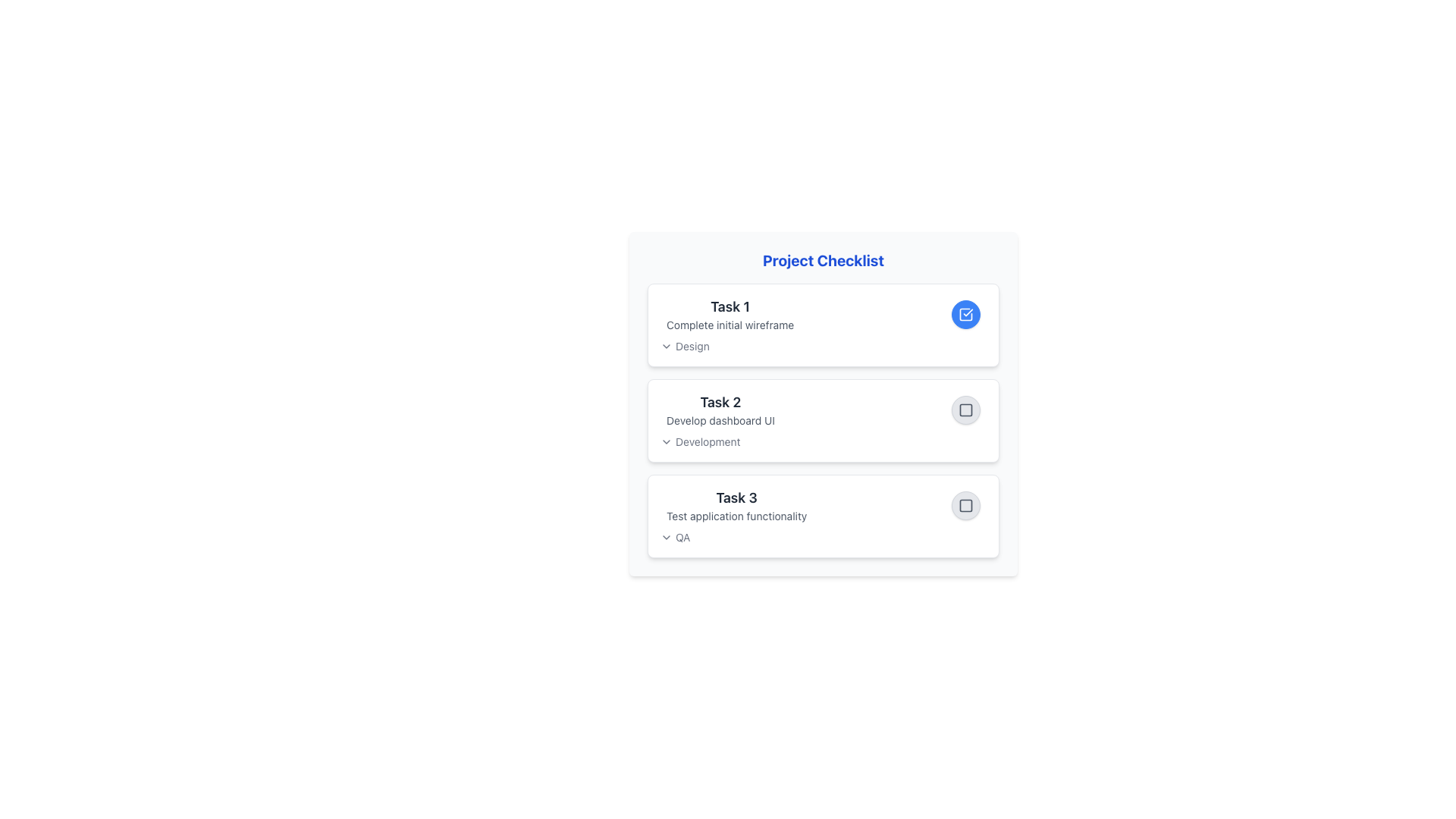 The width and height of the screenshot is (1456, 819). What do you see at coordinates (965, 409) in the screenshot?
I see `the circular gray button with a square icon, located to the right of the 'Task 2' entry labeled 'Develop dashboard UI'` at bounding box center [965, 409].